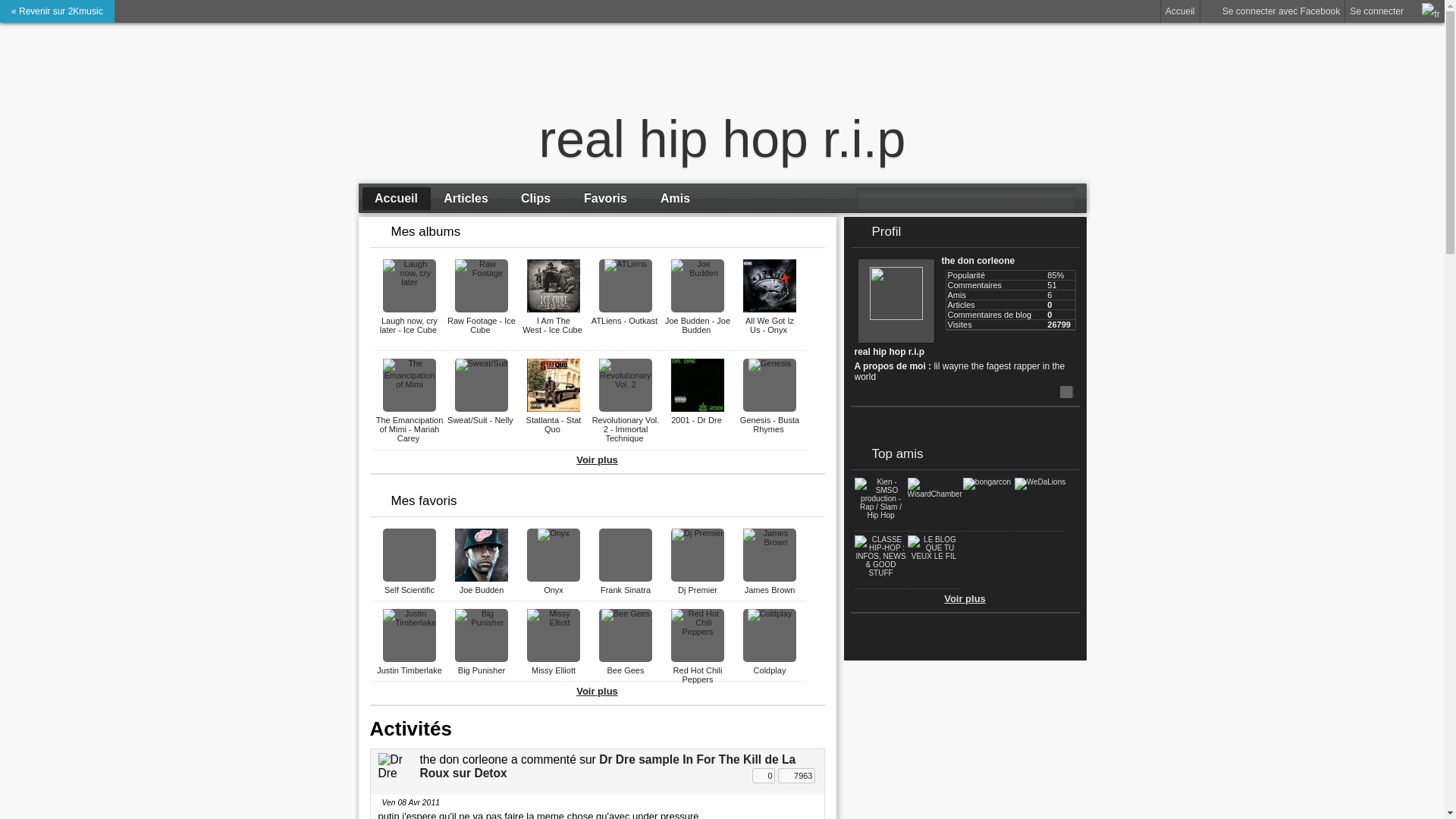  Describe the element at coordinates (753, 669) in the screenshot. I see `'Coldplay'` at that location.